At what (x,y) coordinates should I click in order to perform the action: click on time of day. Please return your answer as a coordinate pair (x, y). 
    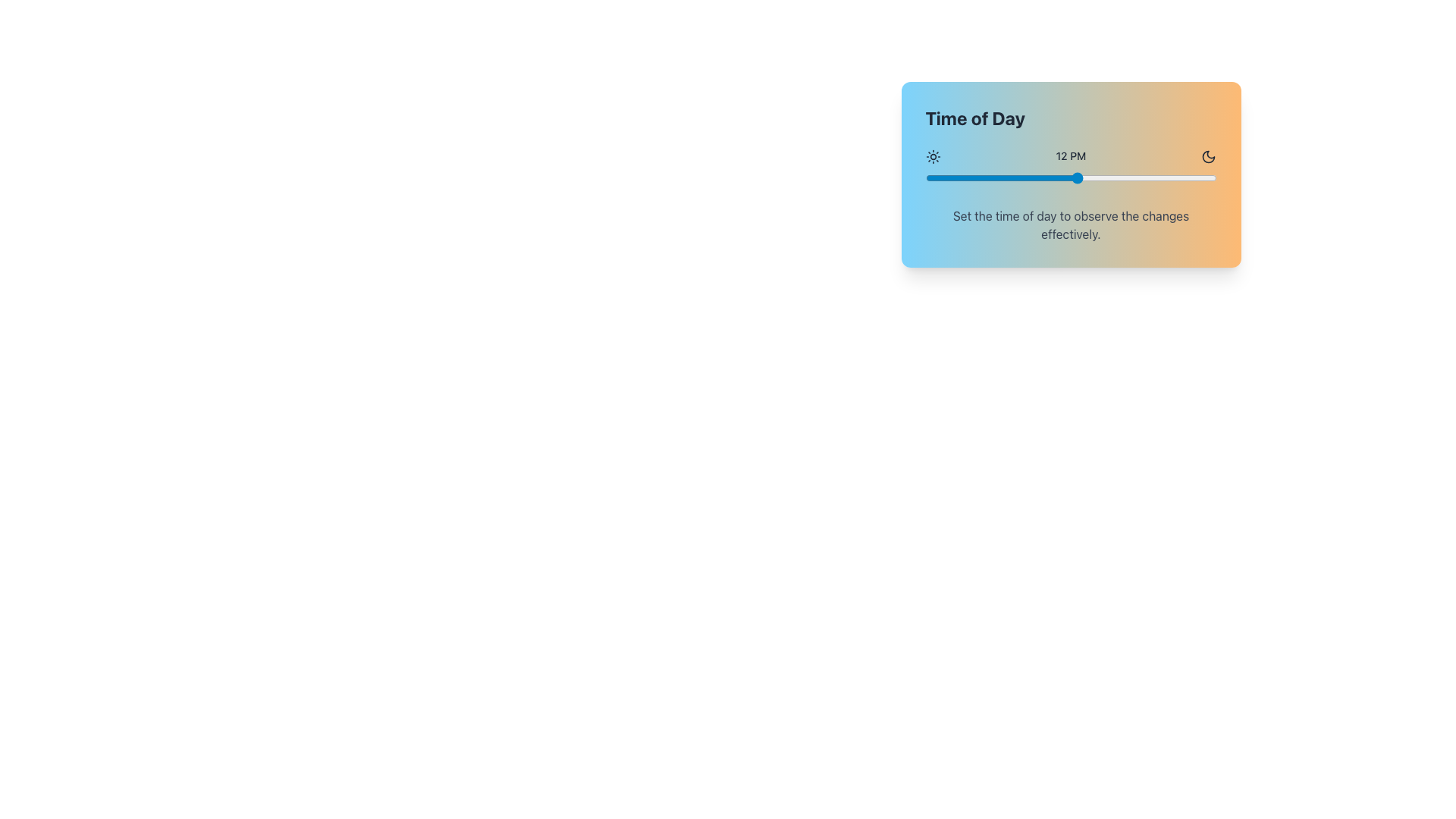
    Looking at the image, I should click on (1191, 177).